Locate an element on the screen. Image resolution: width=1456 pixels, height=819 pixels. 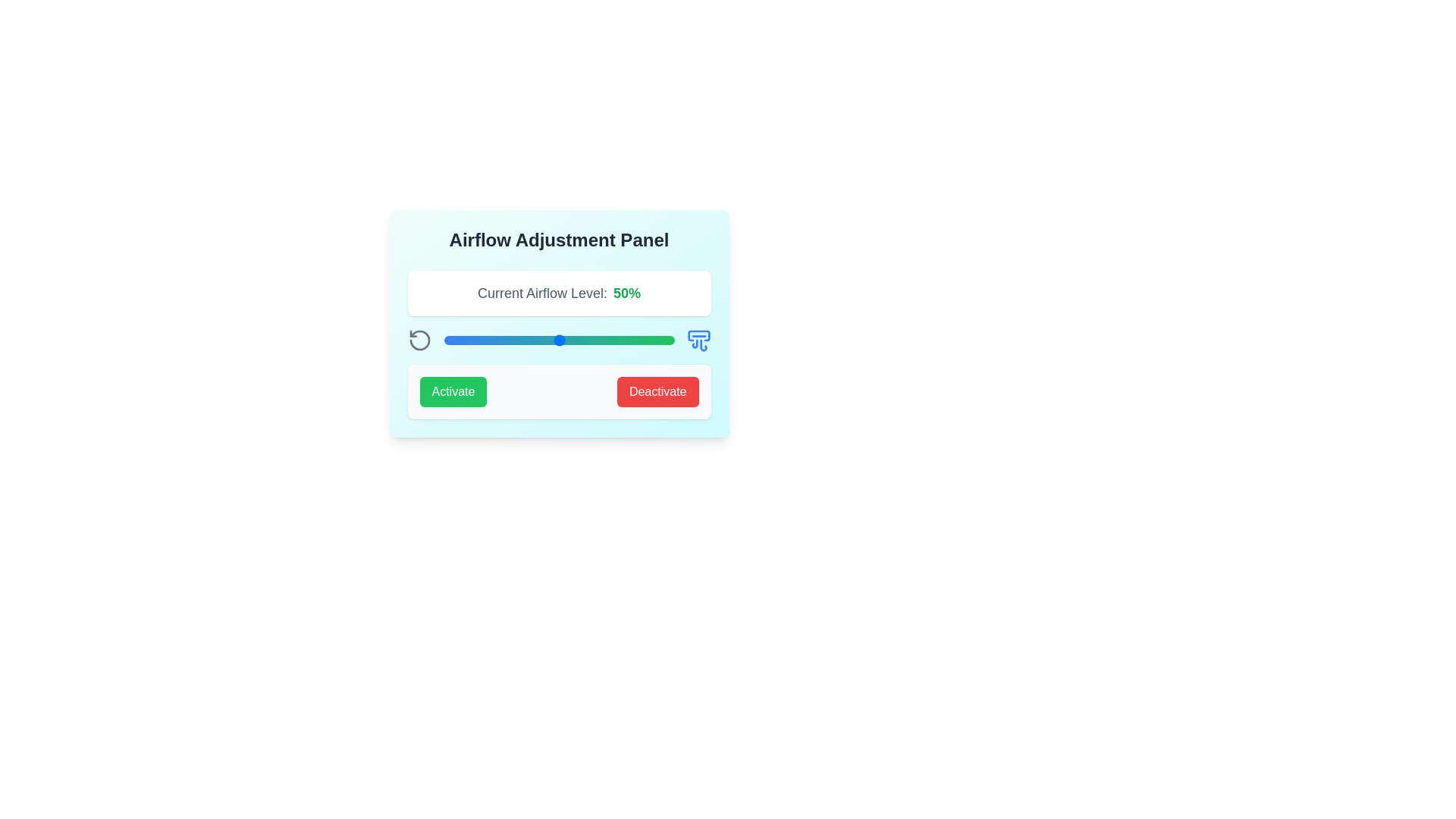
the airflow level to 0% by moving the slider is located at coordinates (443, 339).